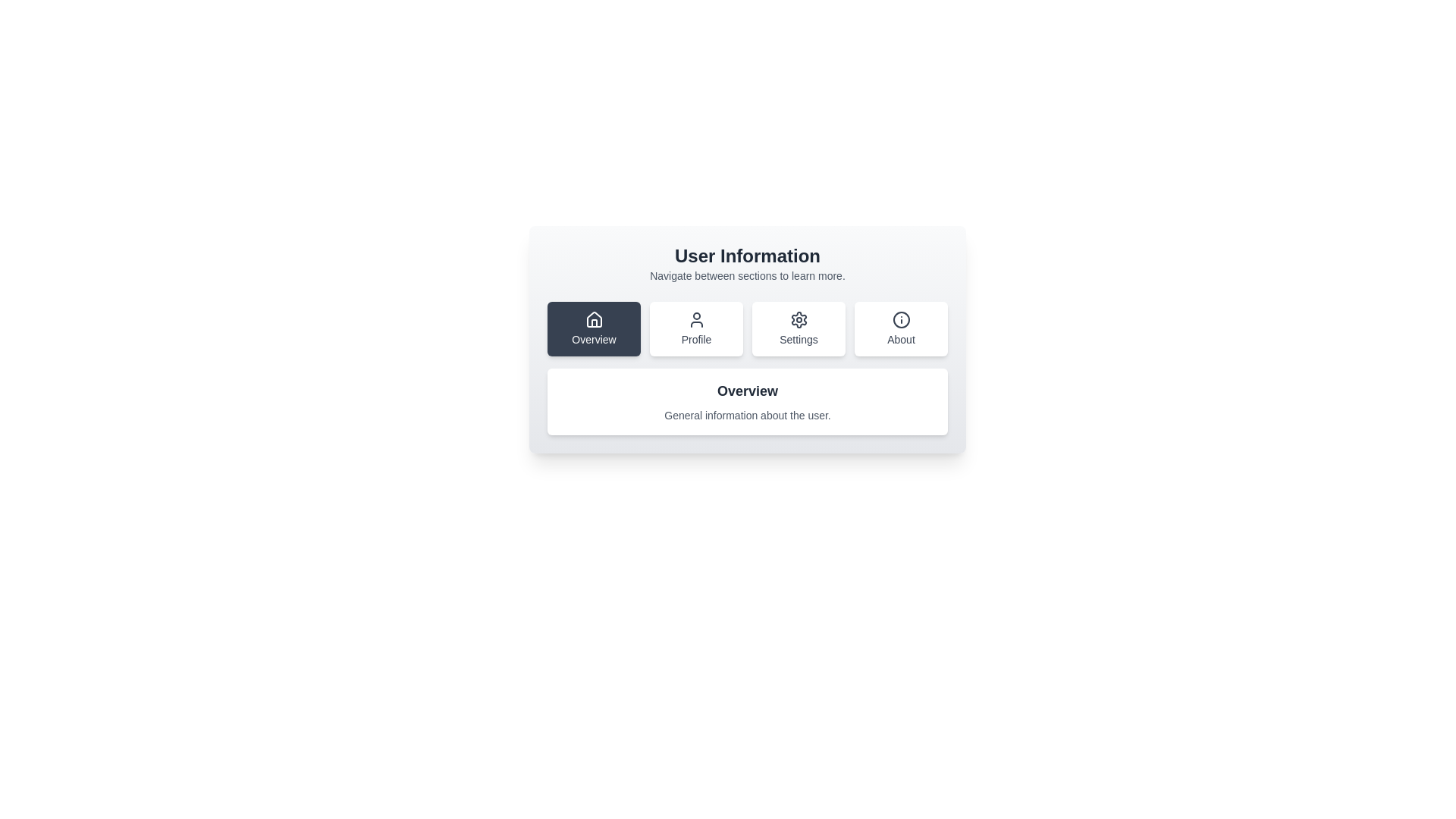  I want to click on the user icon representing a person's head and shoulders within the 'Profile' button, so click(695, 318).